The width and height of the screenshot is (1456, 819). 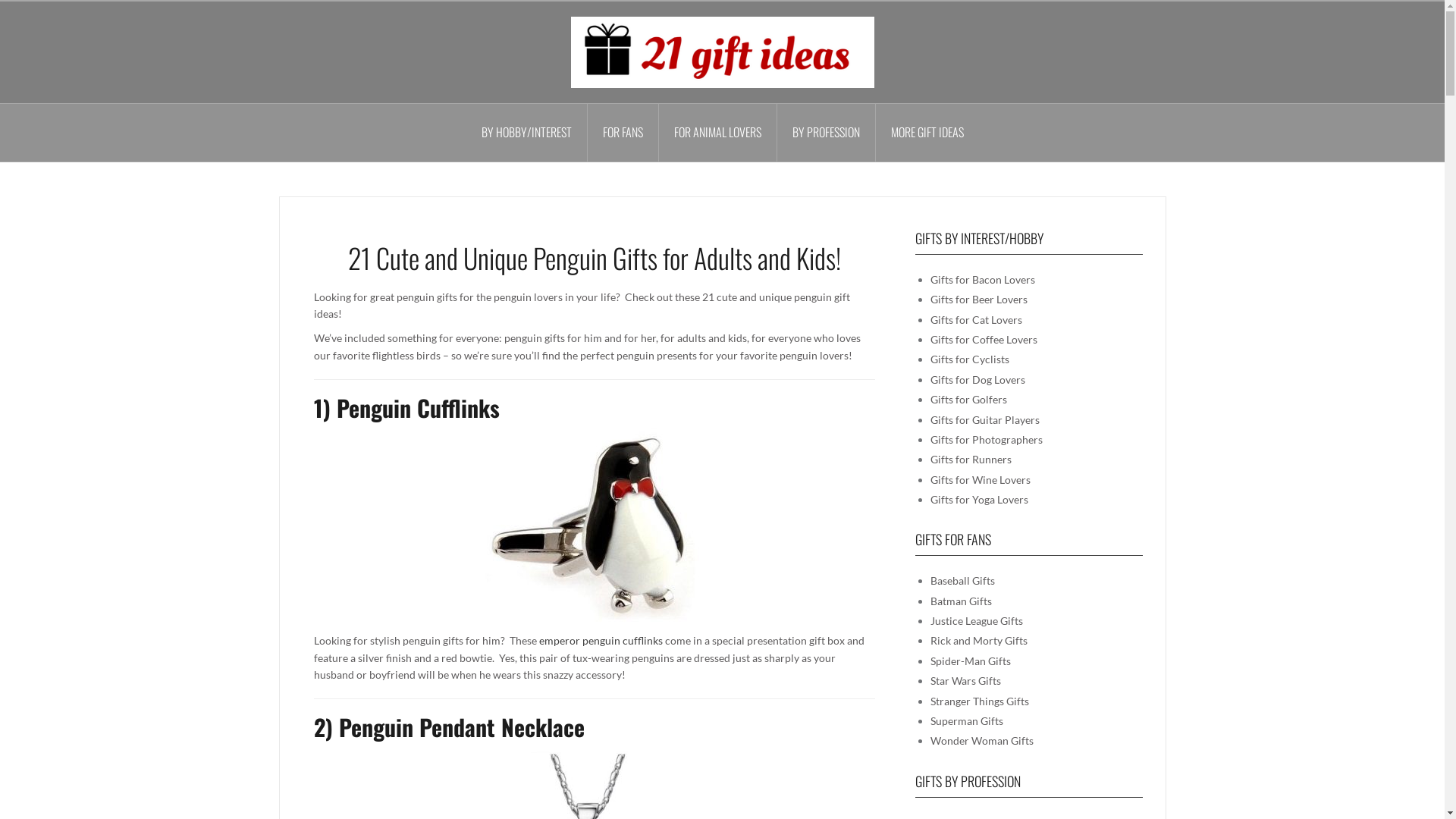 What do you see at coordinates (977, 378) in the screenshot?
I see `'Gifts for Dog Lovers'` at bounding box center [977, 378].